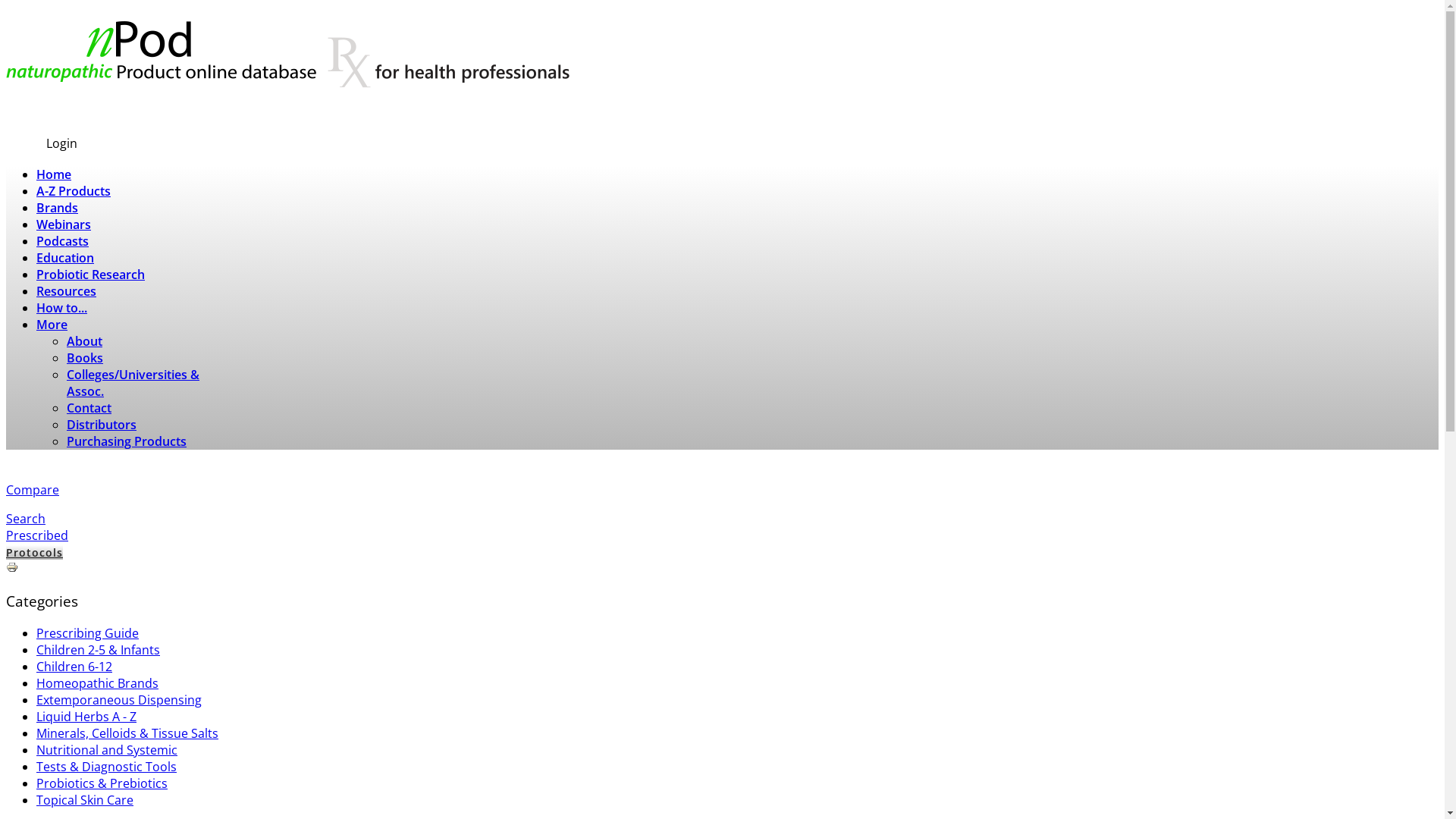  Describe the element at coordinates (54, 174) in the screenshot. I see `'Home'` at that location.